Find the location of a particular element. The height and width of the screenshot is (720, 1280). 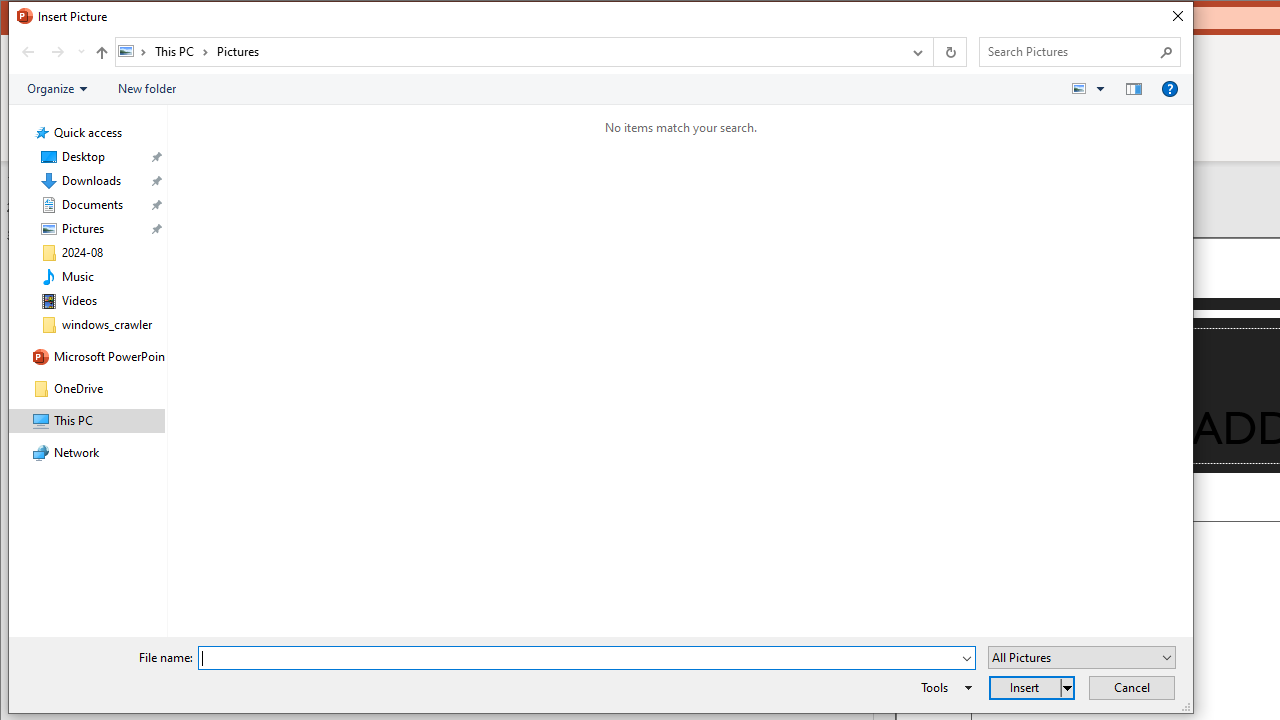

'Cancel' is located at coordinates (1132, 687).